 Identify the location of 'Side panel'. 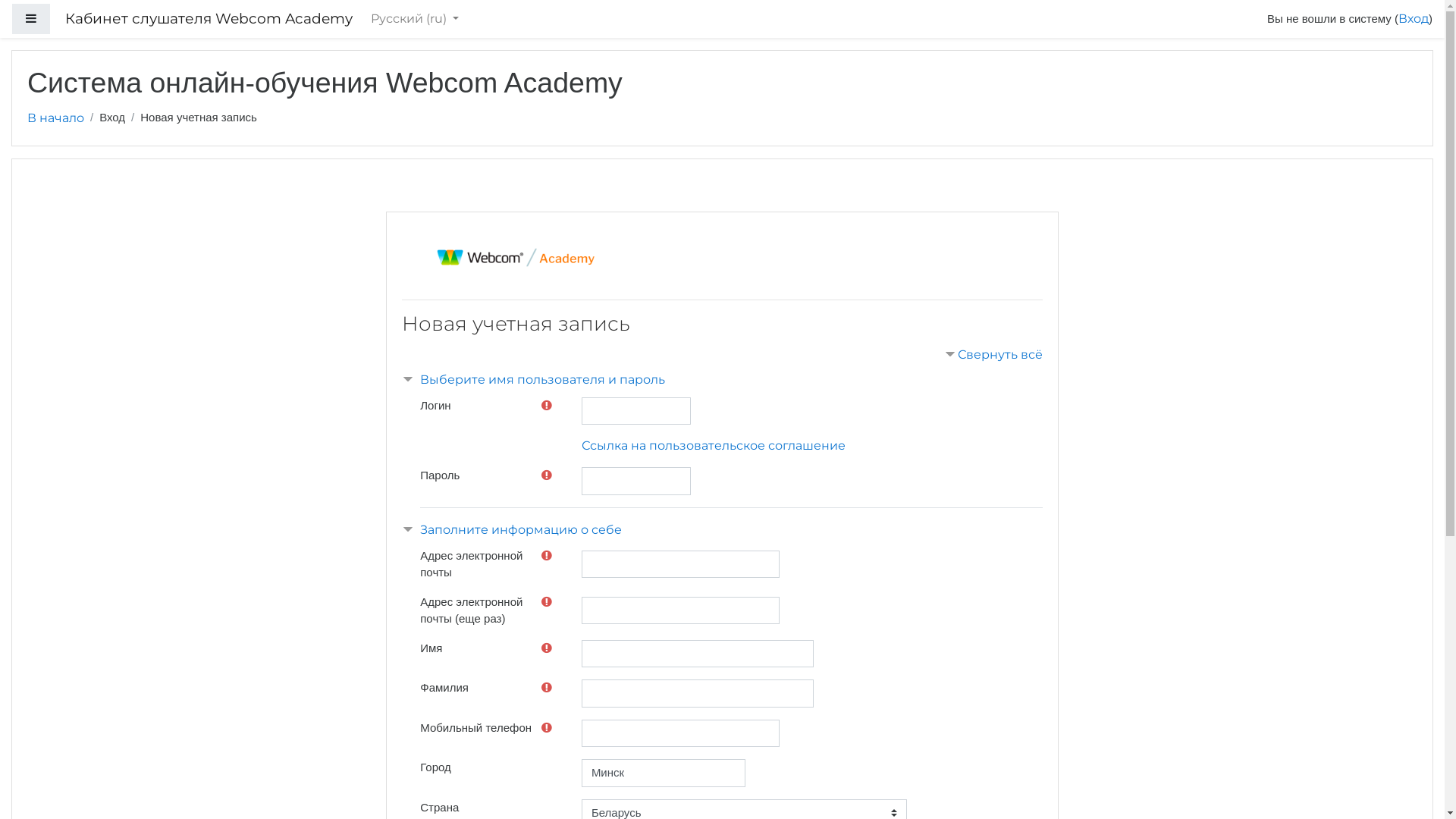
(31, 19).